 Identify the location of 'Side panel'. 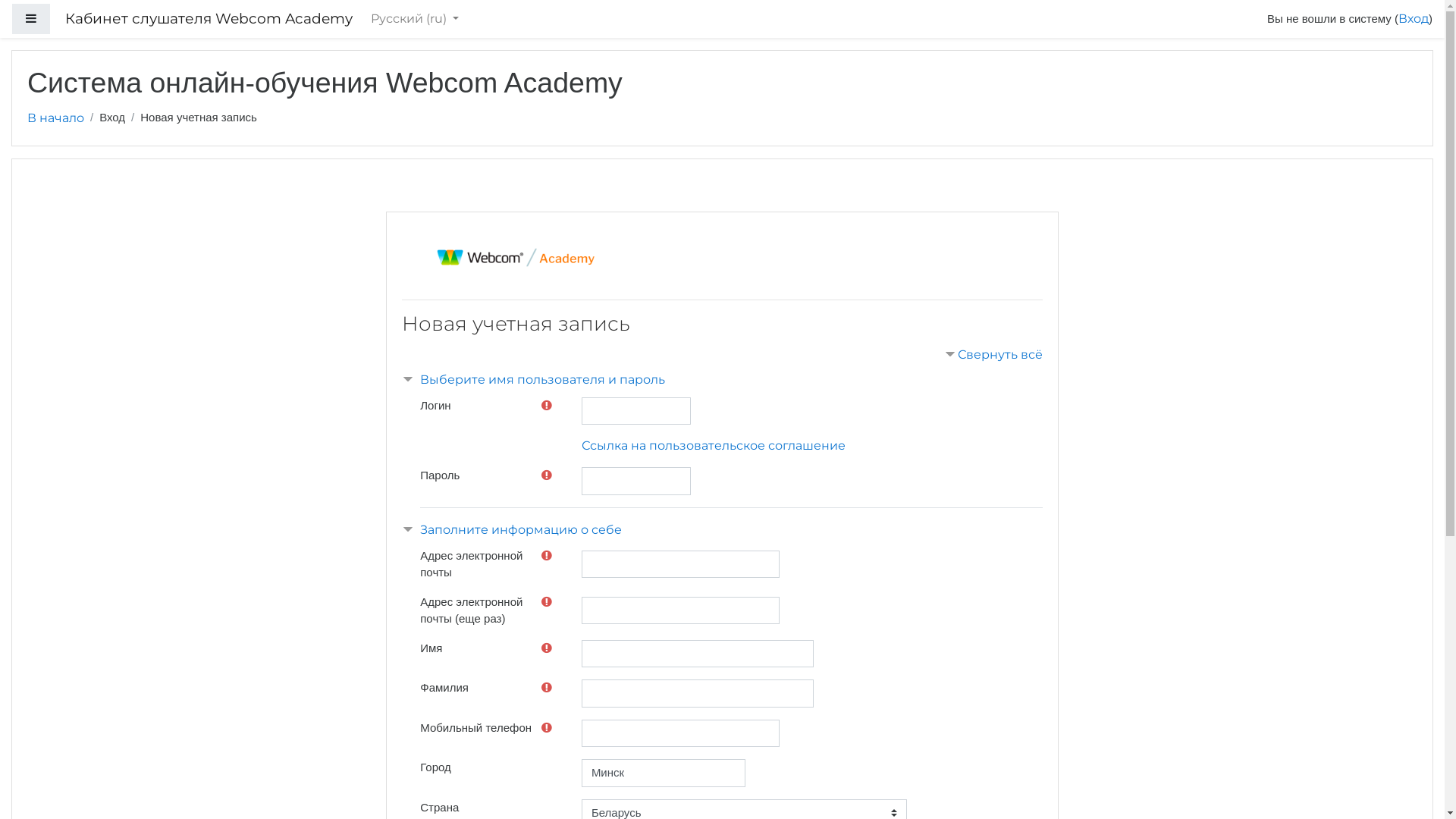
(31, 19).